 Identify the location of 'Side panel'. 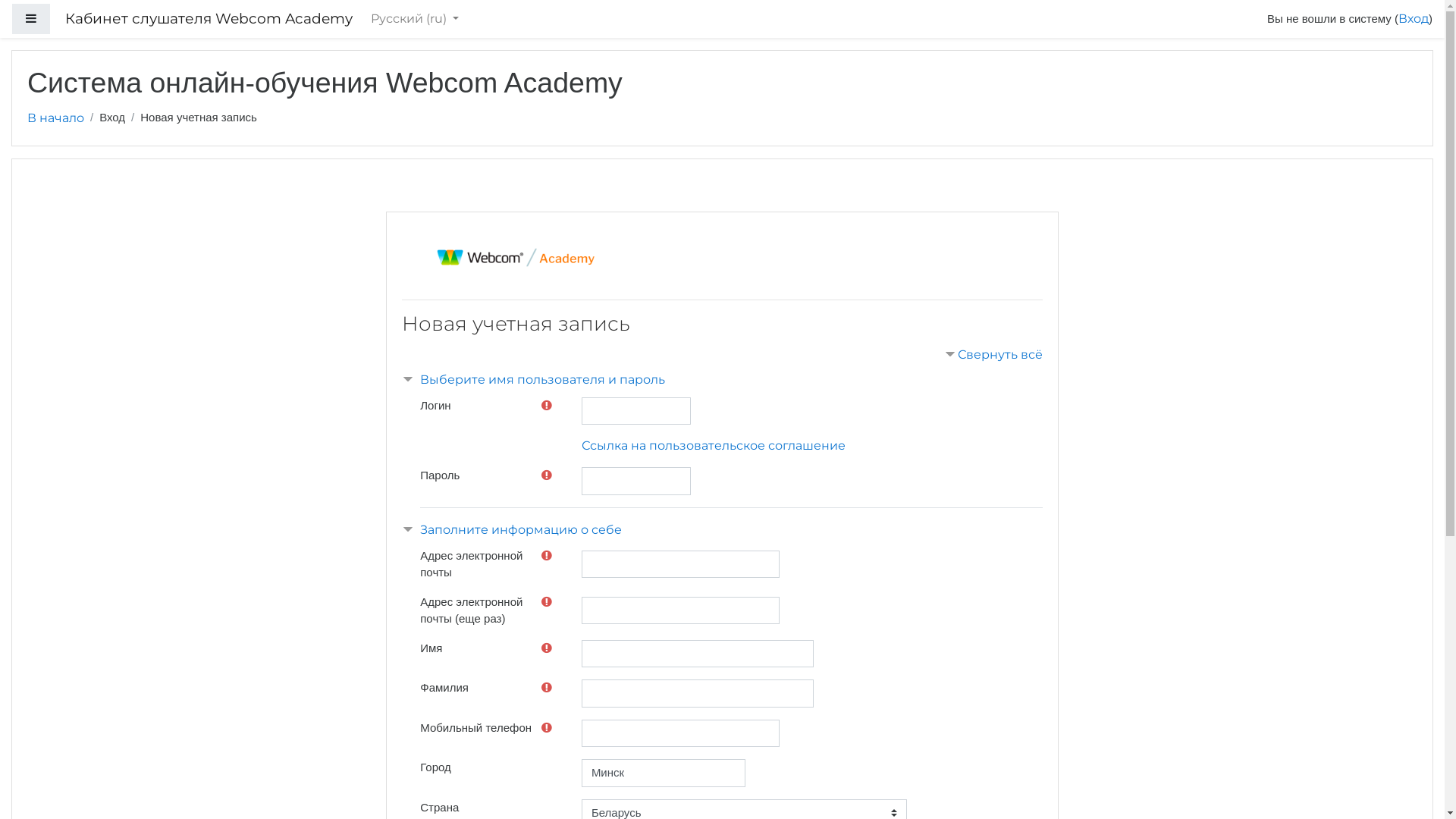
(31, 19).